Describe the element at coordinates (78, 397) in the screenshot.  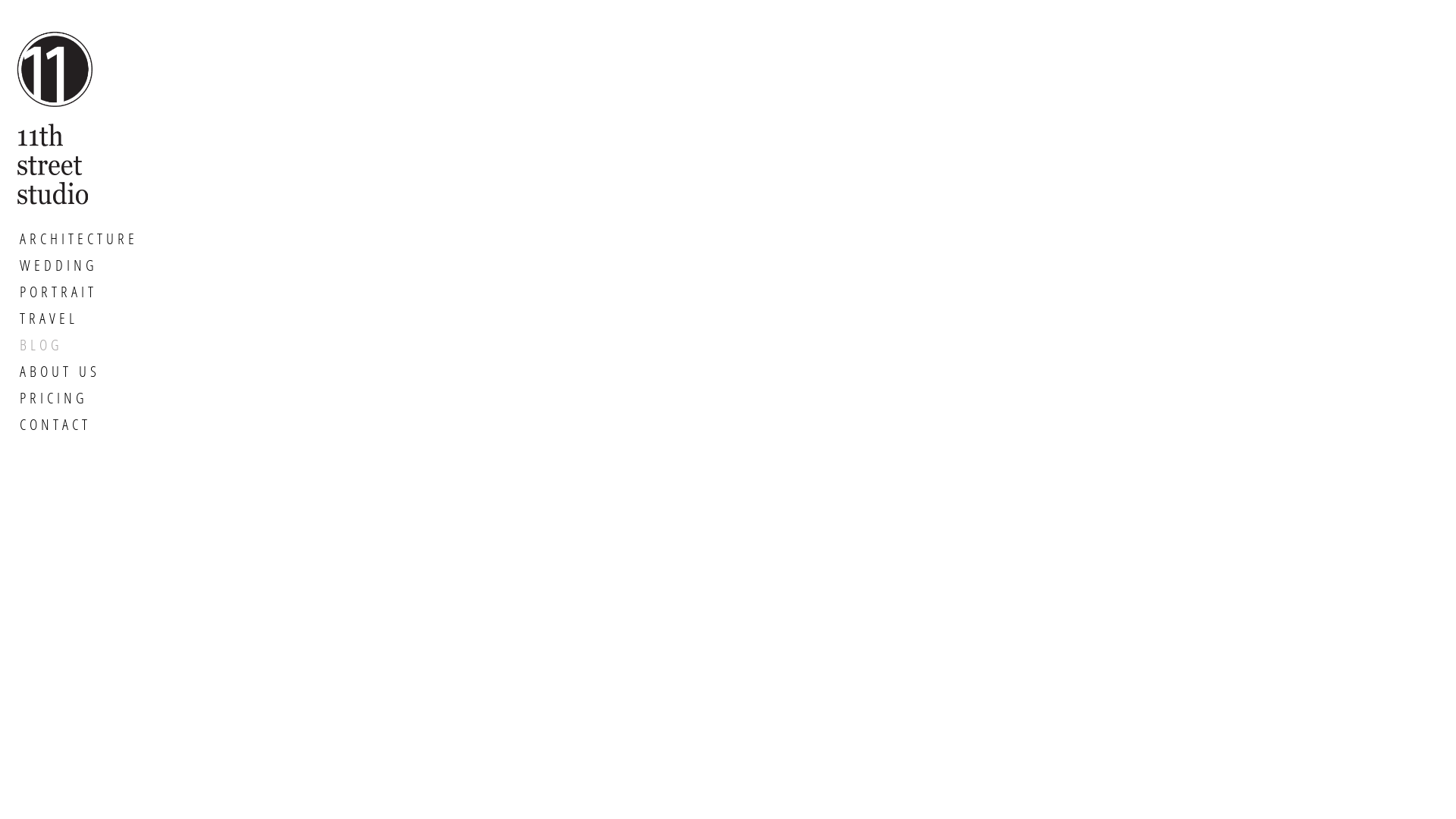
I see `'PRICING'` at that location.